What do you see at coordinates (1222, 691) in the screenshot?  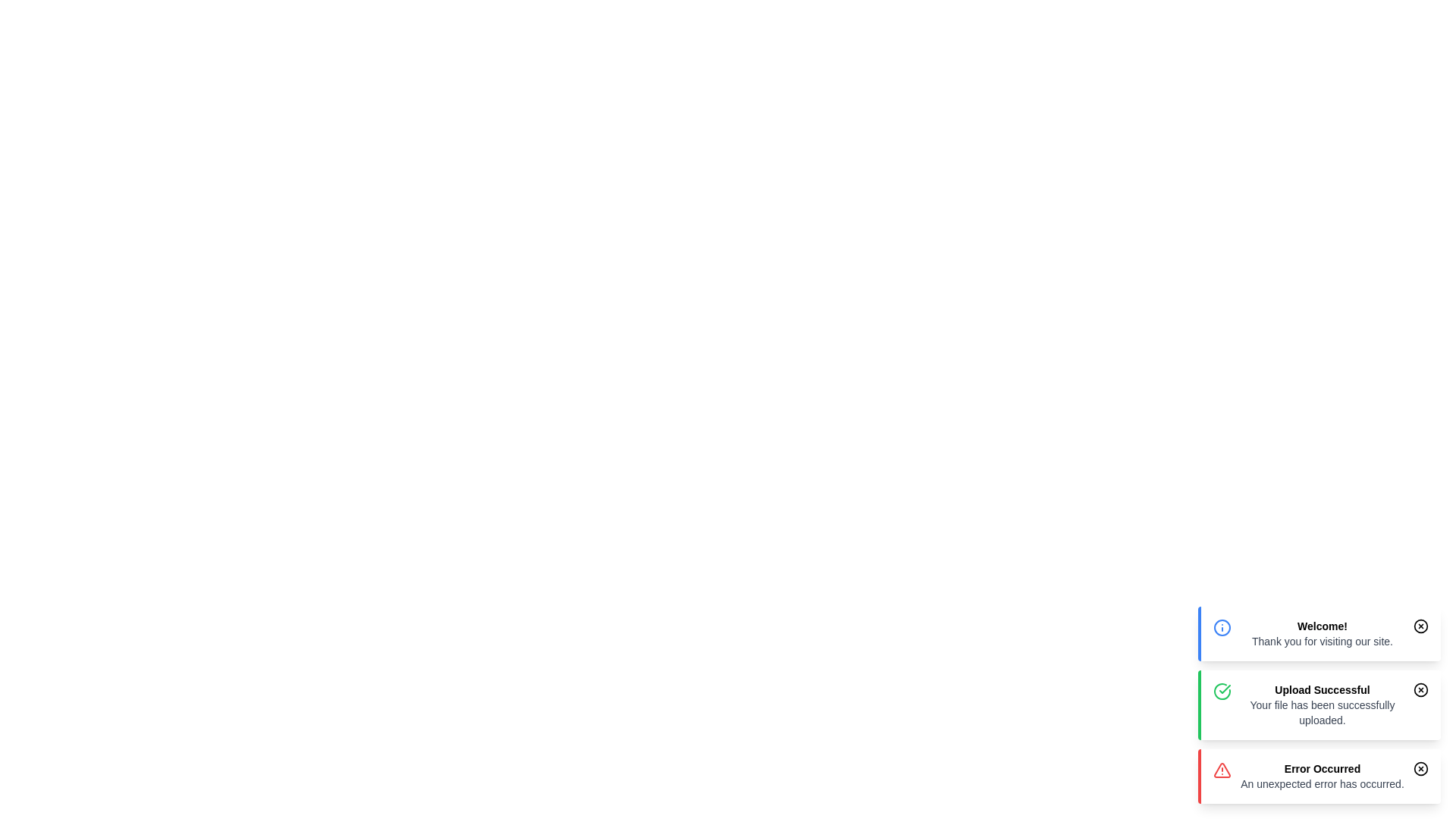 I see `the green circular icon with a checkmark symbol, which is part of the 'Upload Successful' notification panel, positioned on the left side of the text content` at bounding box center [1222, 691].